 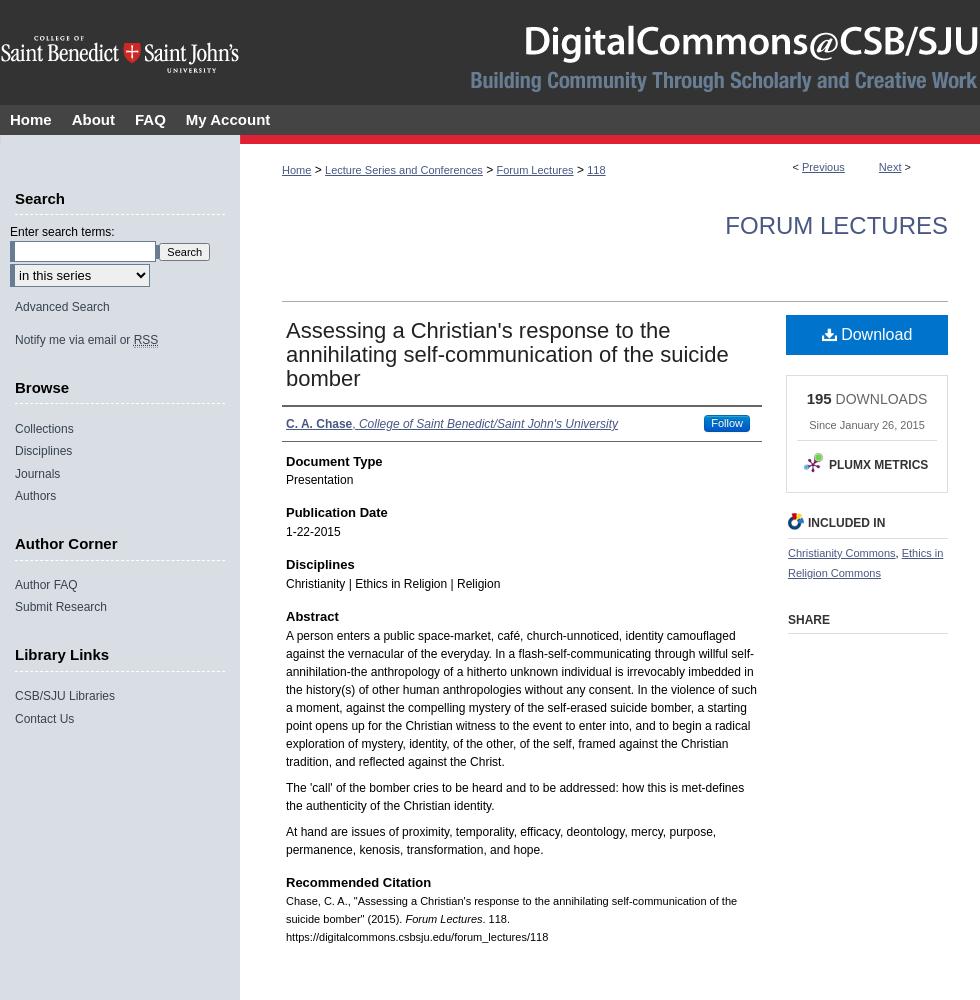 I want to click on 'Library Links', so click(x=61, y=654).